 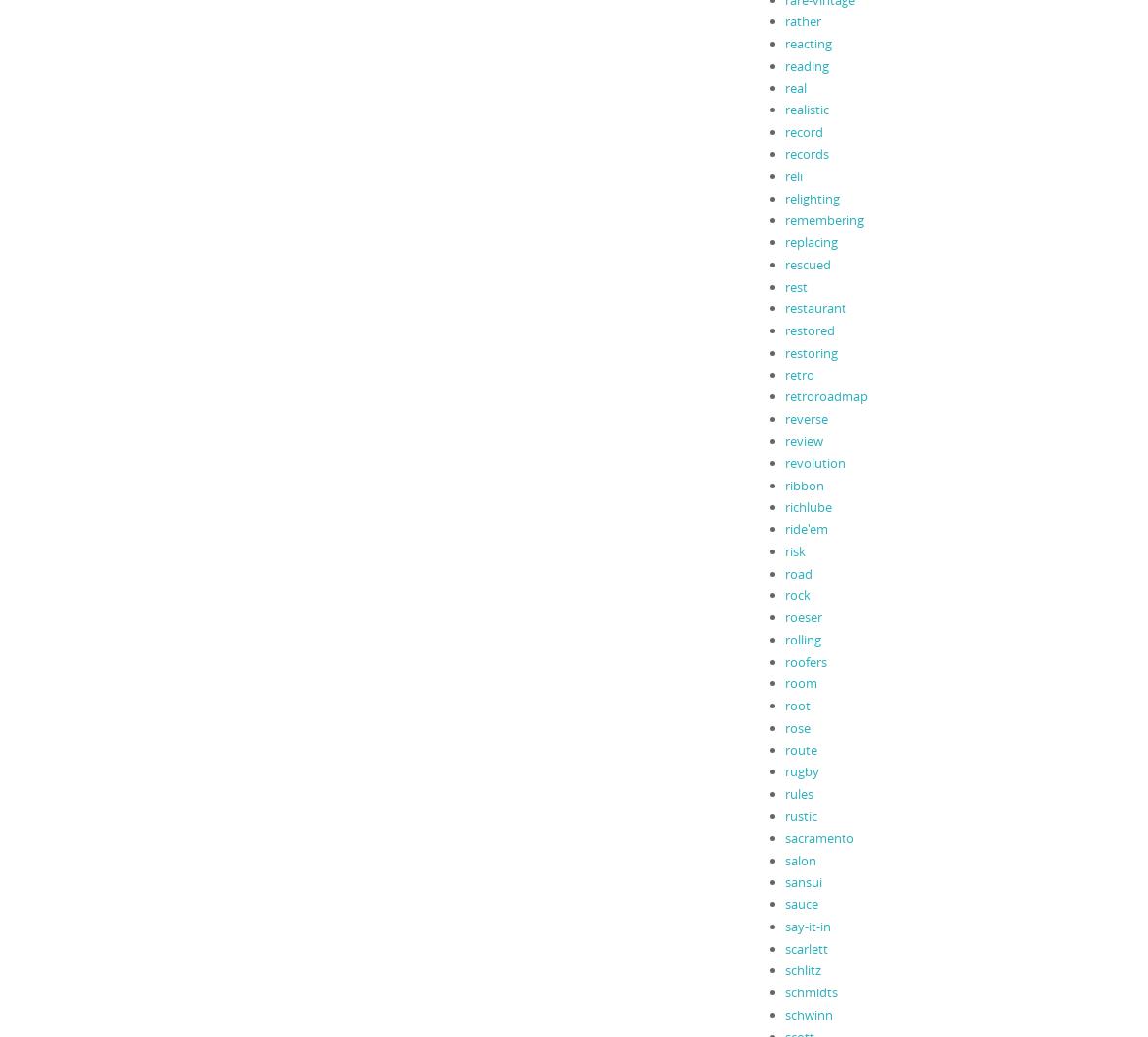 I want to click on 'restoring', so click(x=811, y=351).